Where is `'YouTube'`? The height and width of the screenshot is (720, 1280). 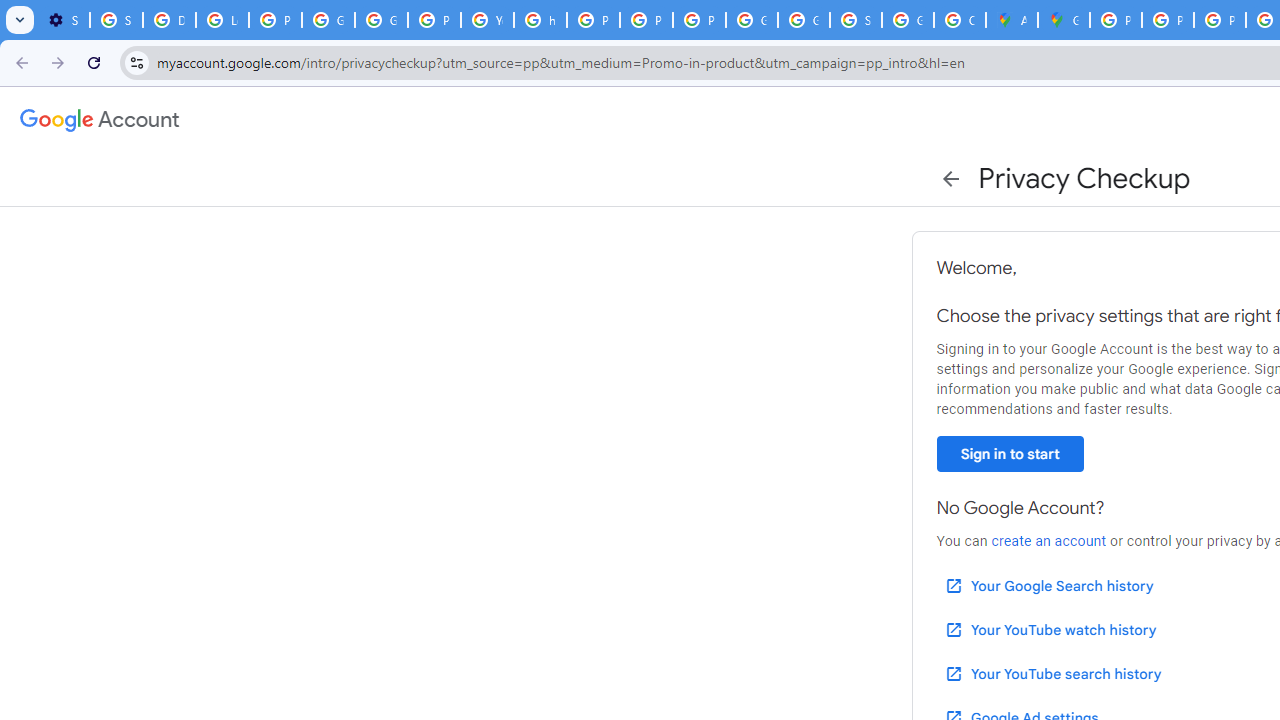
'YouTube' is located at coordinates (487, 20).